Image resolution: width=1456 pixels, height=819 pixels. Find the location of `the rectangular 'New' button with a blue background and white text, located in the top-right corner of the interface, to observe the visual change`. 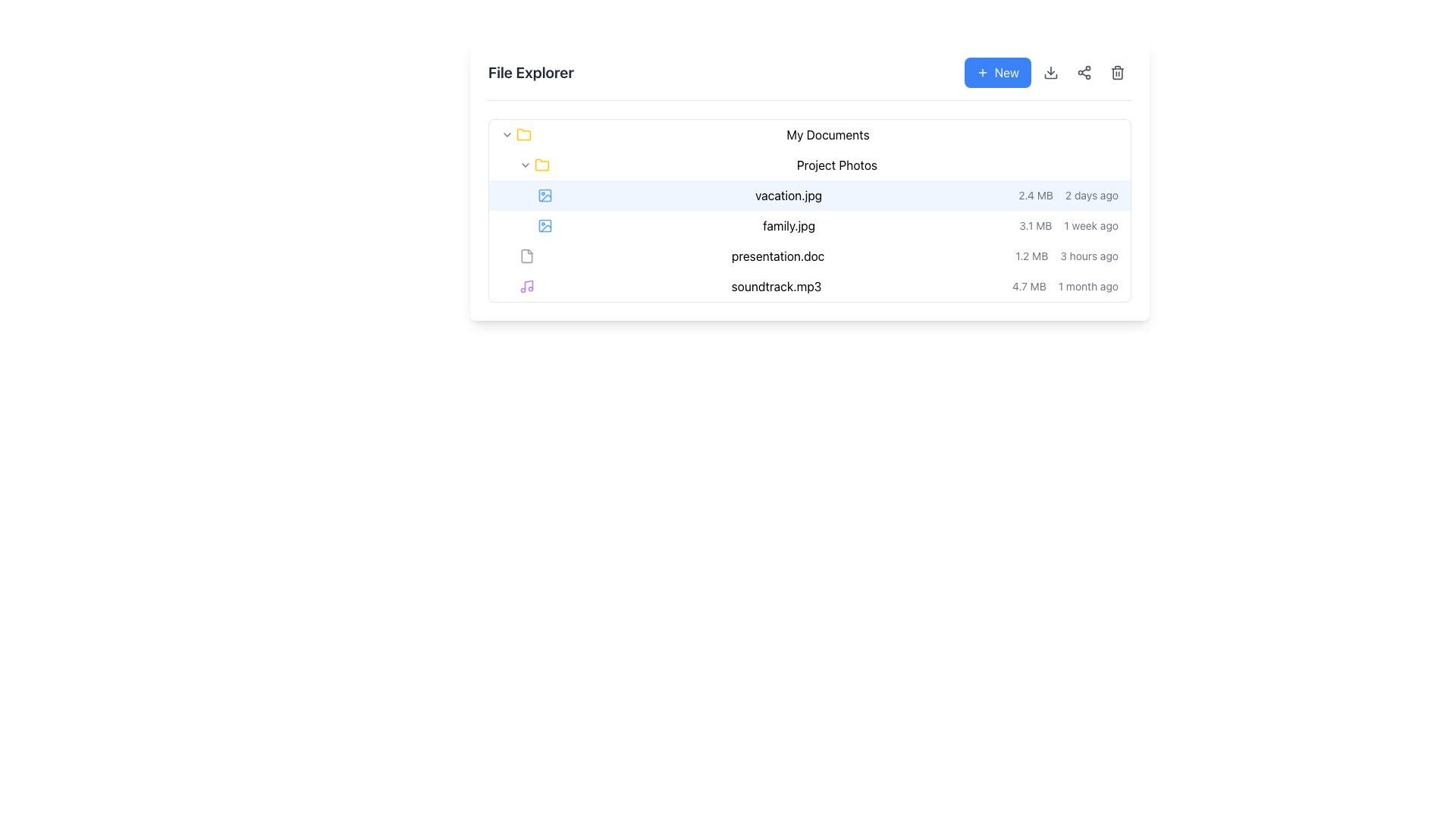

the rectangular 'New' button with a blue background and white text, located in the top-right corner of the interface, to observe the visual change is located at coordinates (997, 73).